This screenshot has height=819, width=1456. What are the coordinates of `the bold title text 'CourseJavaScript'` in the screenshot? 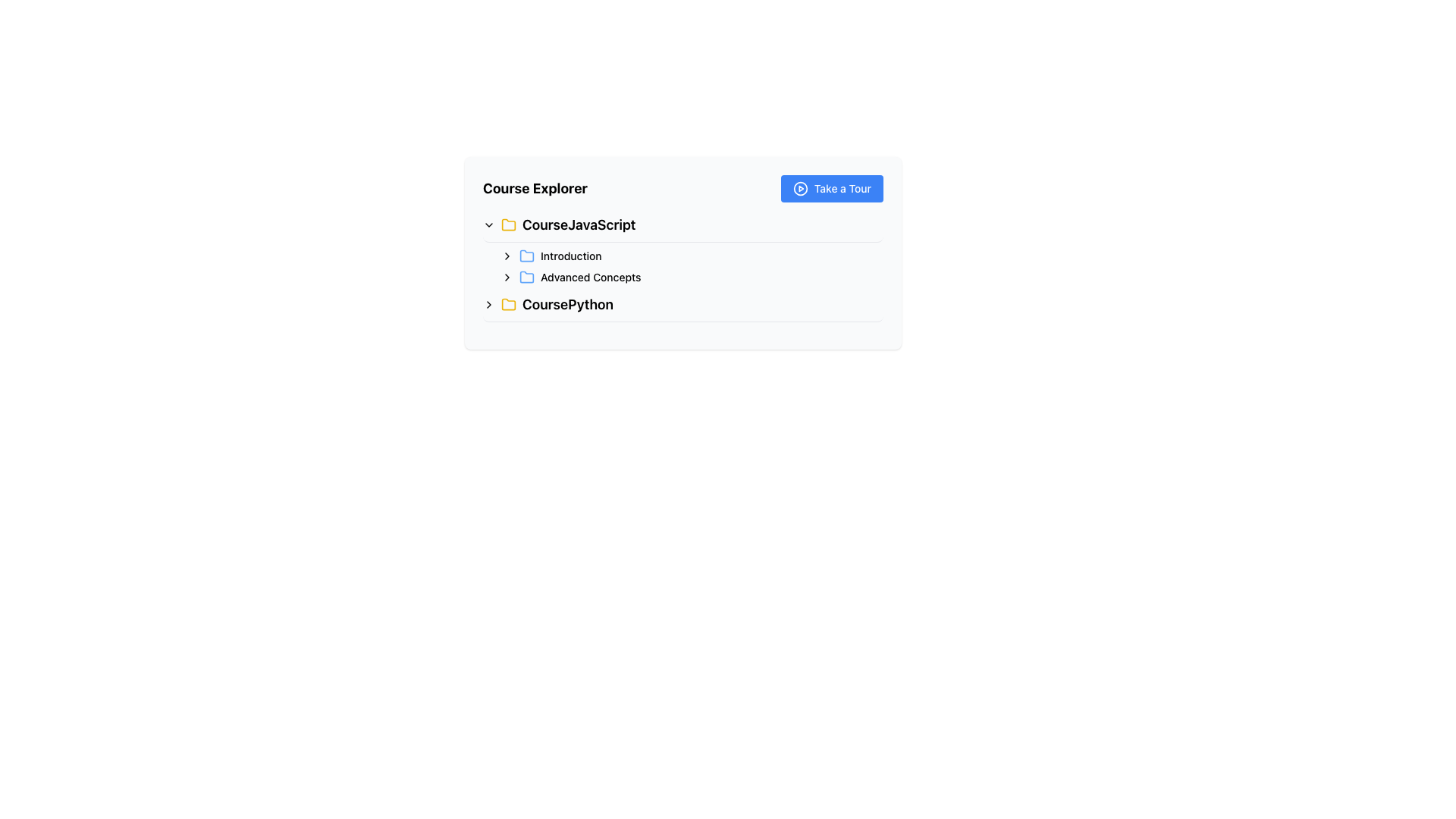 It's located at (578, 225).